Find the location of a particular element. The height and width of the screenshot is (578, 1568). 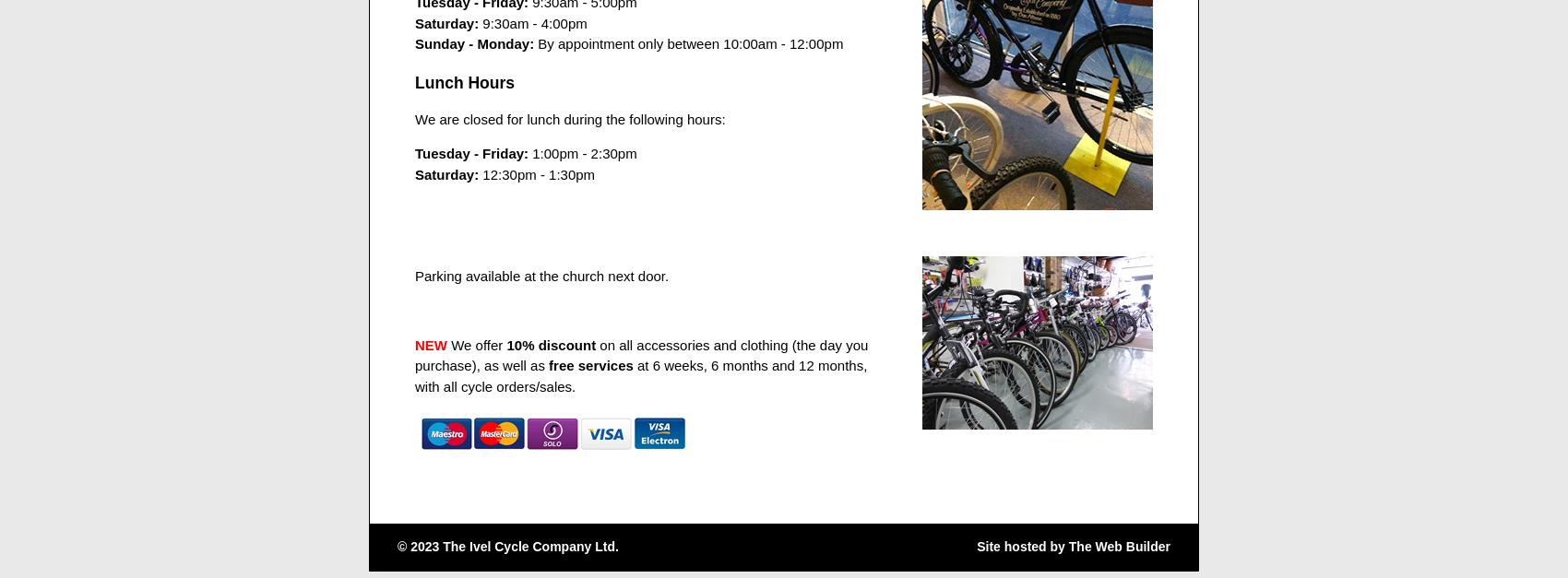

'12:30pm - 1:30pm' is located at coordinates (536, 172).